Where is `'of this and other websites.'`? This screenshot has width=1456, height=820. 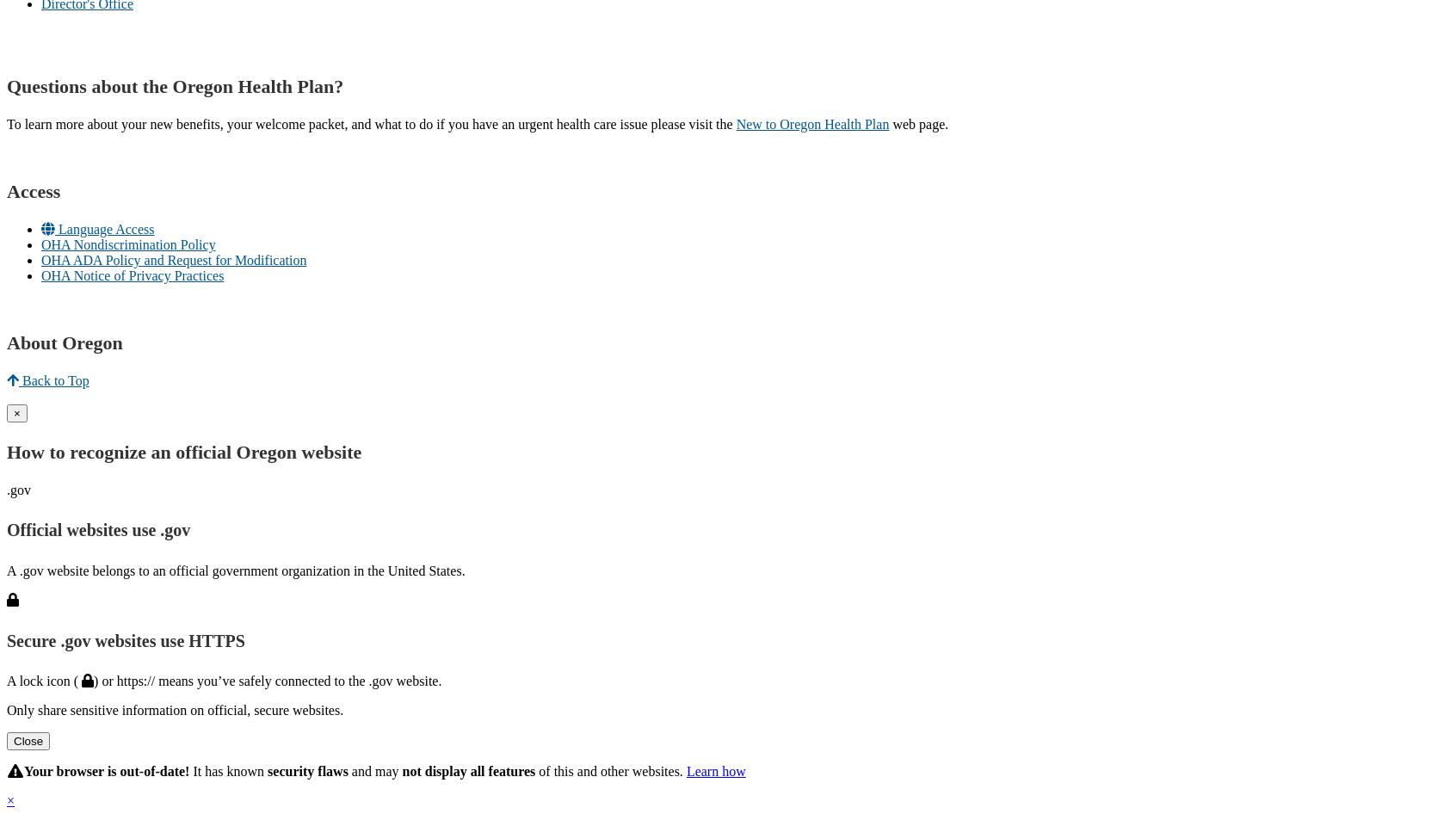 'of this and other websites.' is located at coordinates (609, 771).